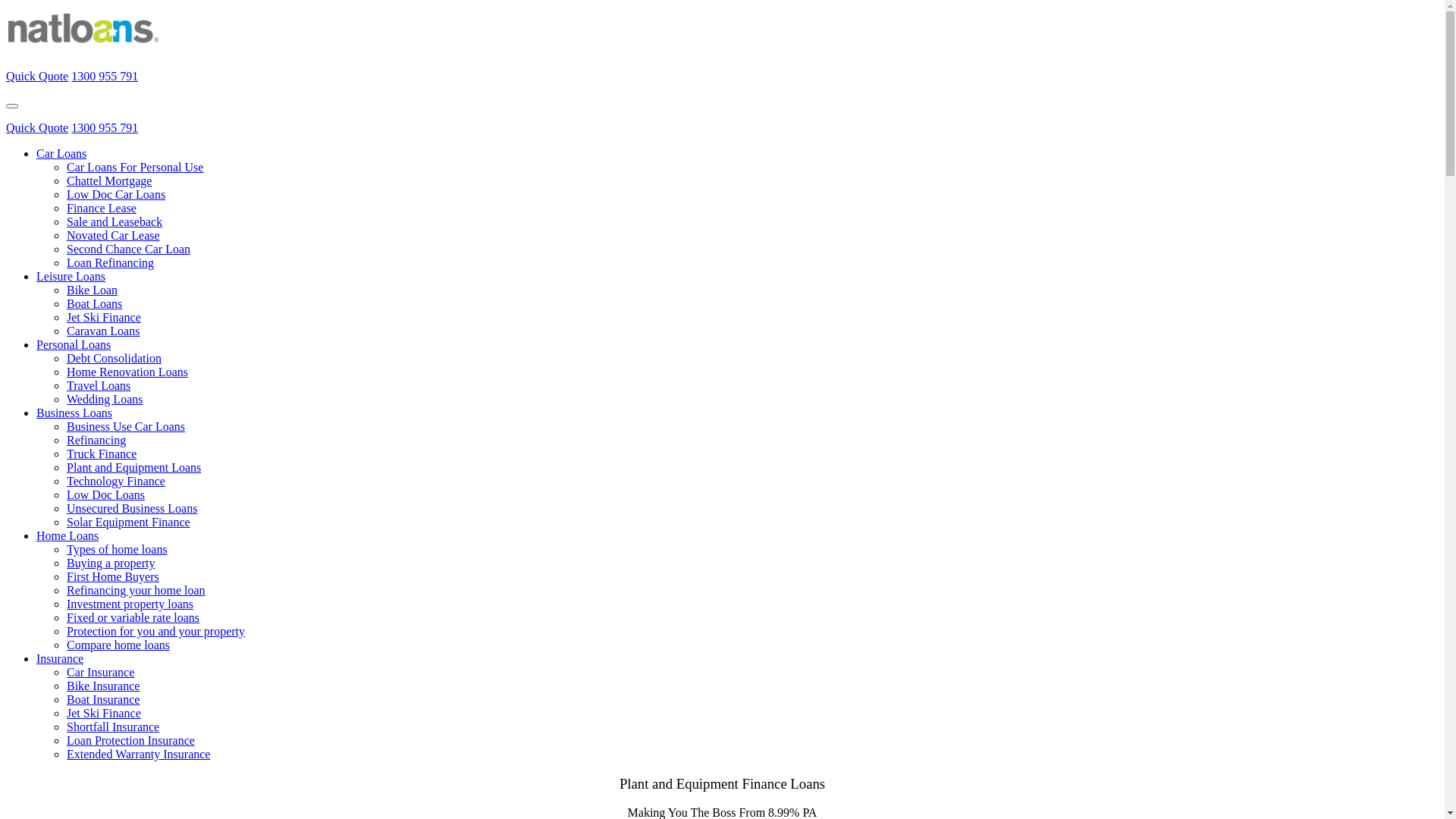 The height and width of the screenshot is (819, 1456). I want to click on 'Home Loans', so click(67, 535).